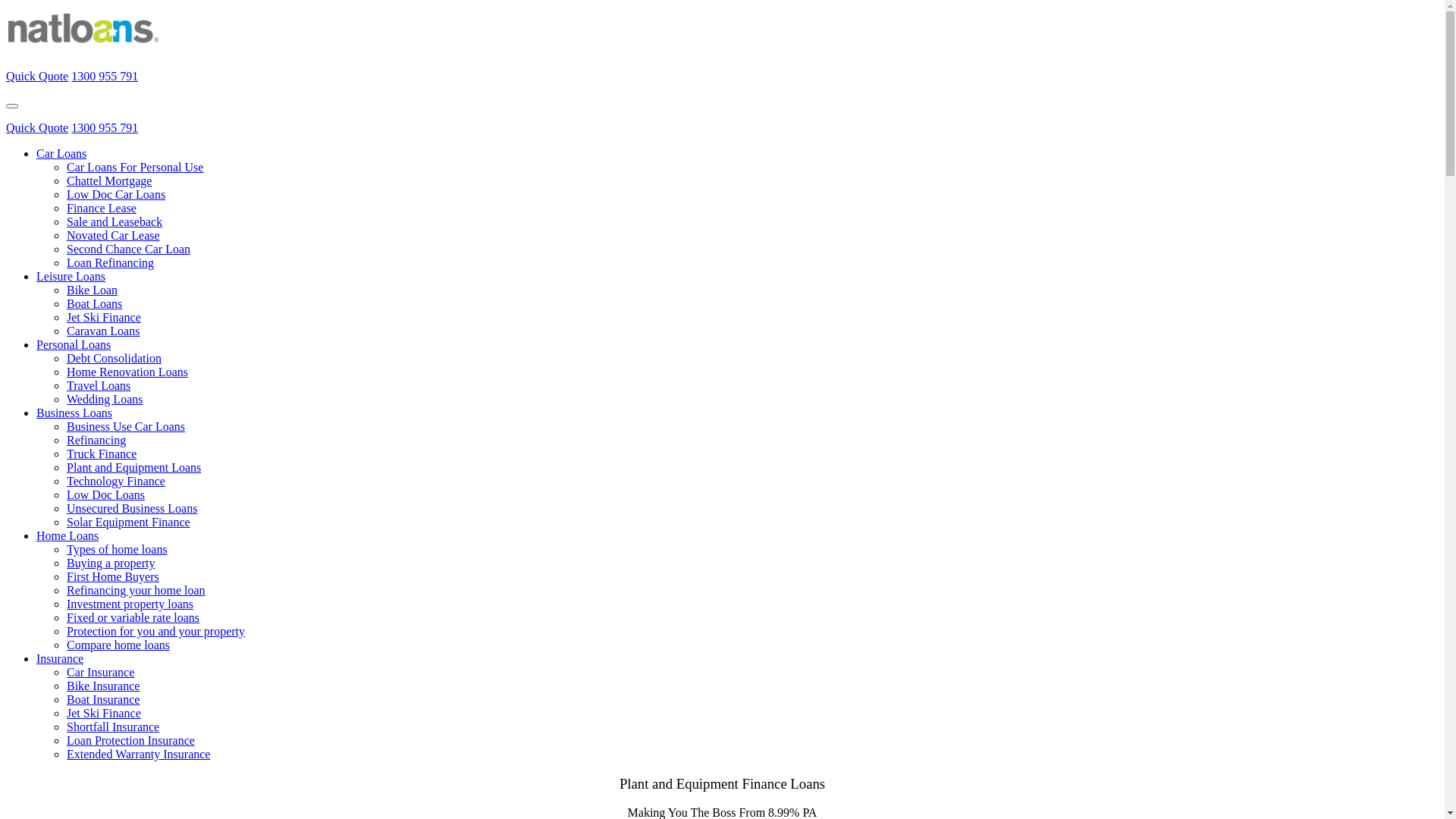 The height and width of the screenshot is (819, 1456). I want to click on 'Home Loans', so click(67, 535).